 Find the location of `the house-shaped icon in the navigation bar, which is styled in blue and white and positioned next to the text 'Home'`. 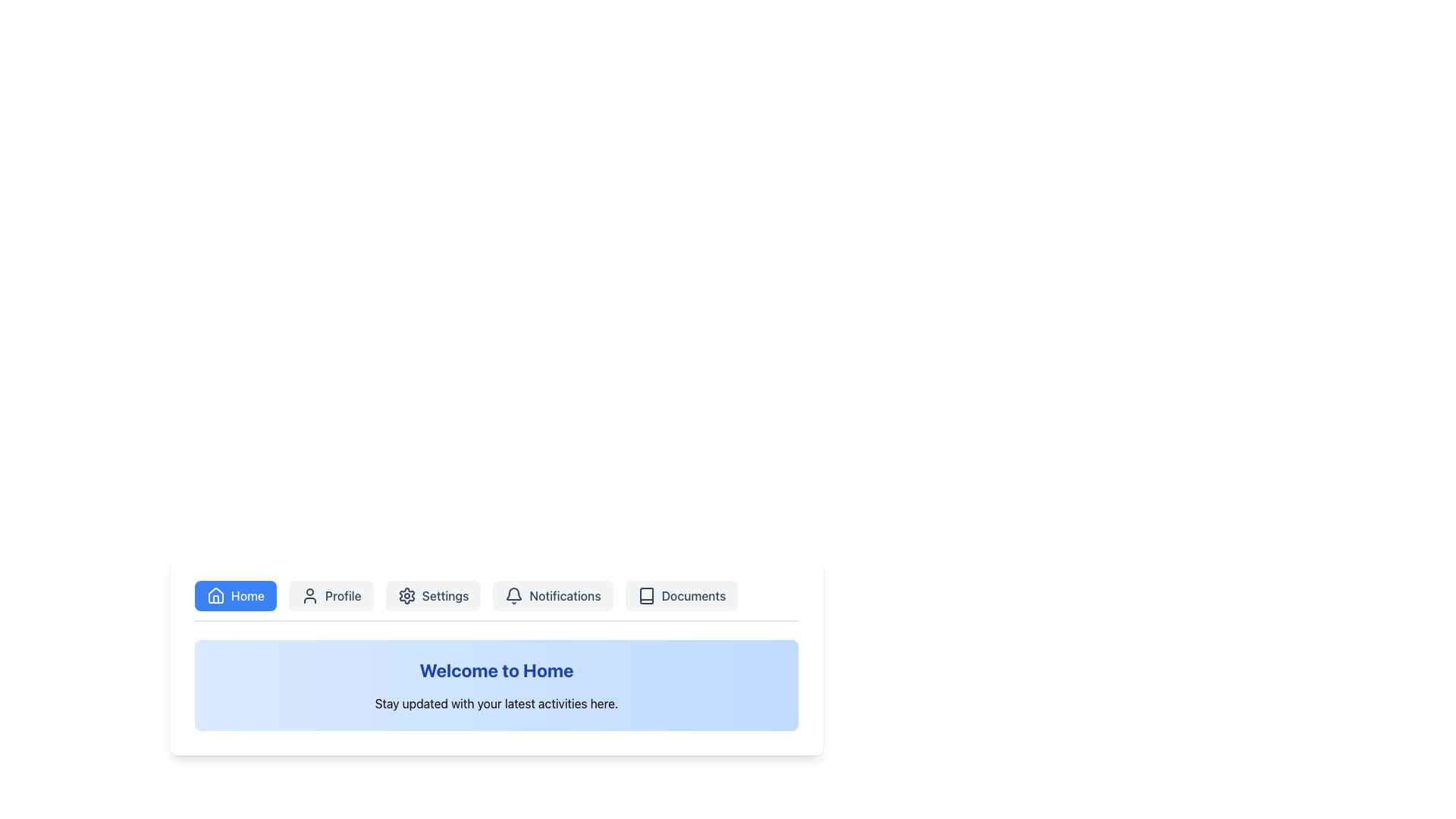

the house-shaped icon in the navigation bar, which is styled in blue and white and positioned next to the text 'Home' is located at coordinates (215, 595).